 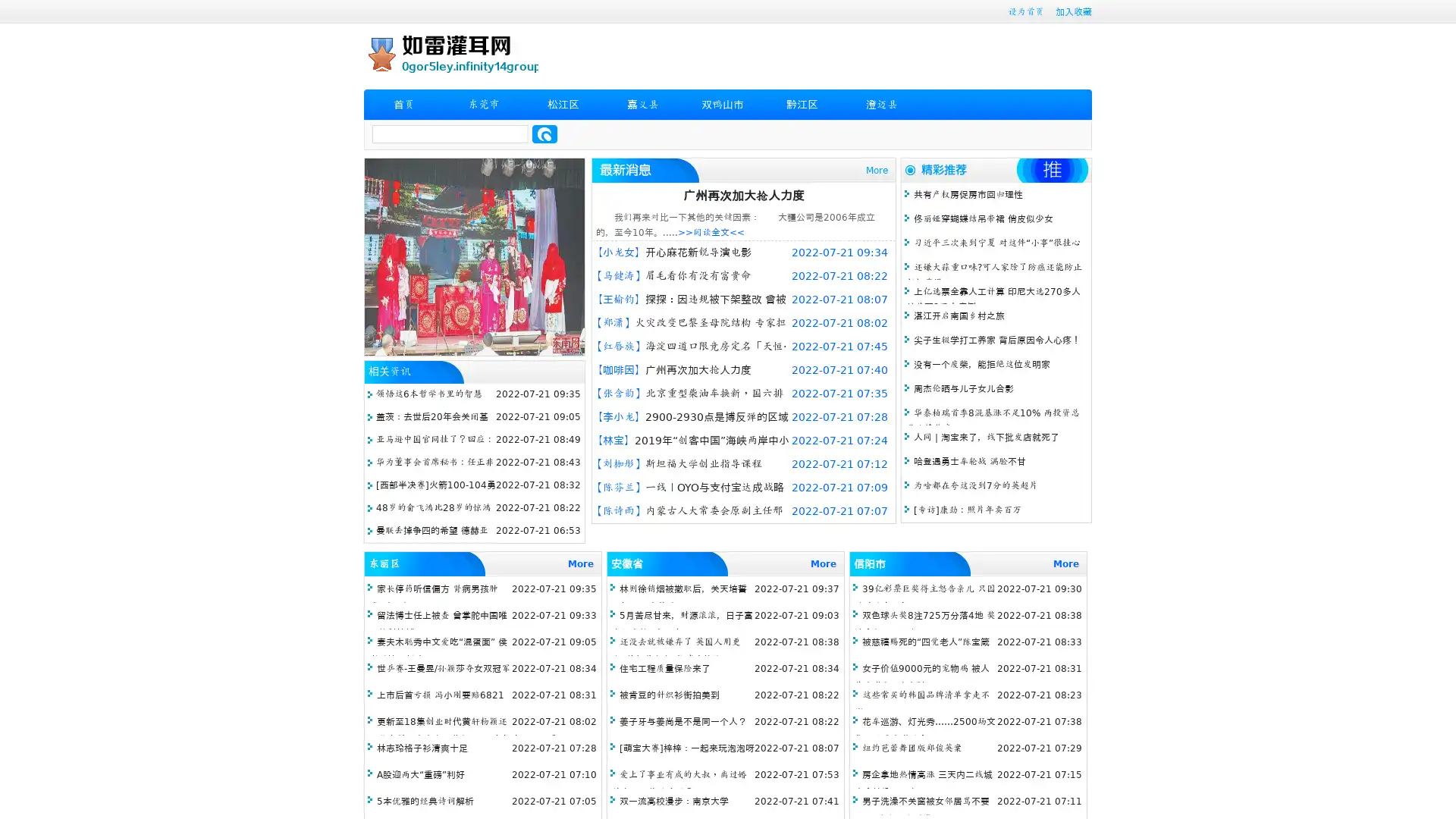 What do you see at coordinates (544, 133) in the screenshot?
I see `Search` at bounding box center [544, 133].